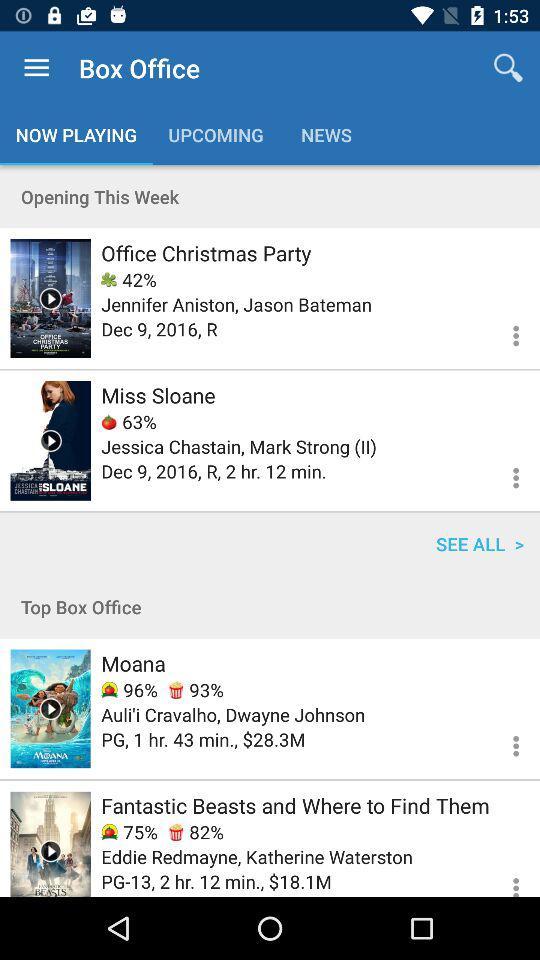 Image resolution: width=540 pixels, height=960 pixels. I want to click on options, so click(503, 877).